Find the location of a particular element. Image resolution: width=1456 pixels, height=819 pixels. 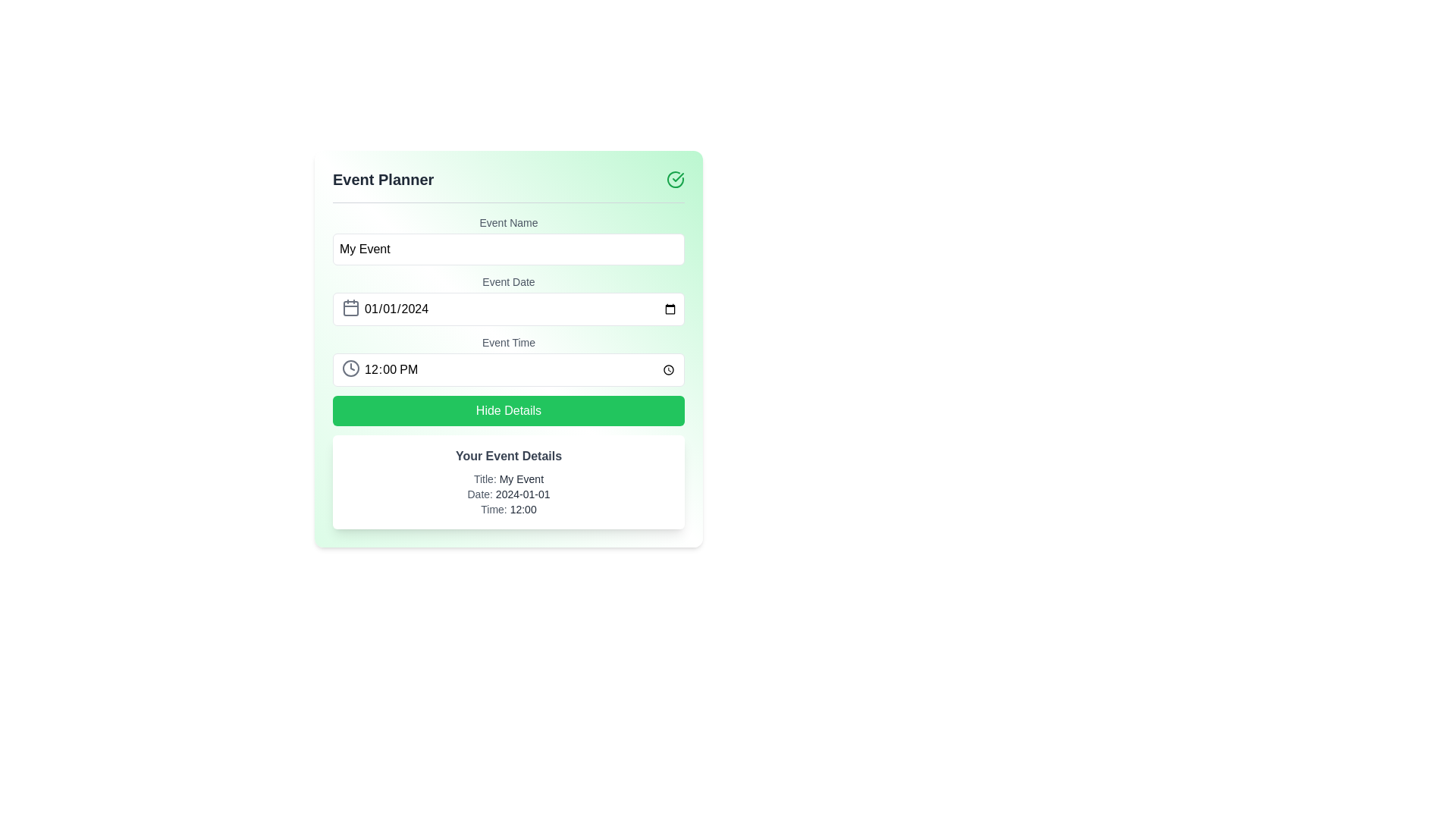

the 'My Event' text label located under the 'Title:' header is located at coordinates (521, 479).